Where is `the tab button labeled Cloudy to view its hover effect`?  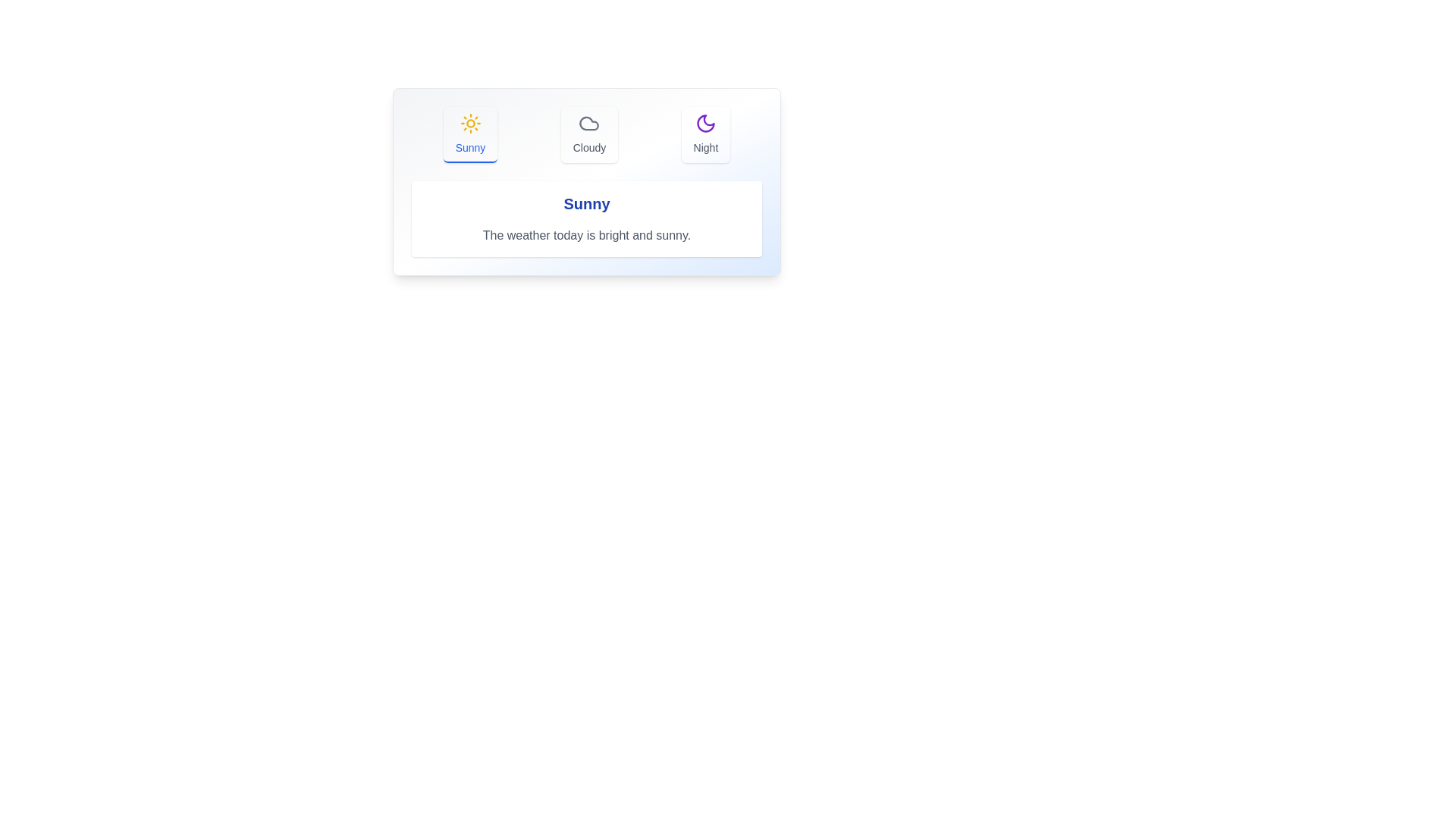
the tab button labeled Cloudy to view its hover effect is located at coordinates (588, 133).